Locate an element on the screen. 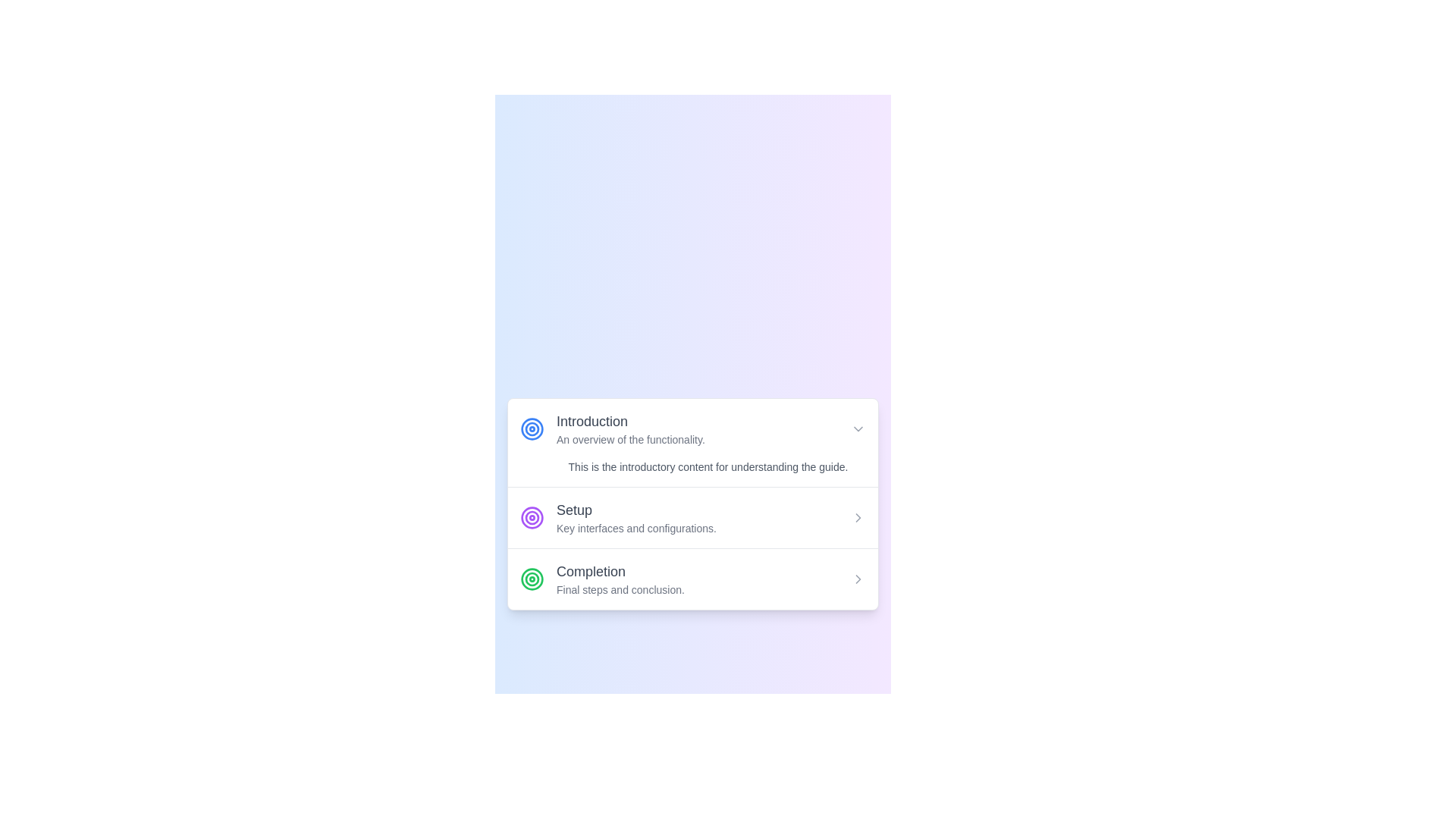  the chevron icon located at the far right of the third section adjacent to the 'Completion' text label is located at coordinates (858, 579).